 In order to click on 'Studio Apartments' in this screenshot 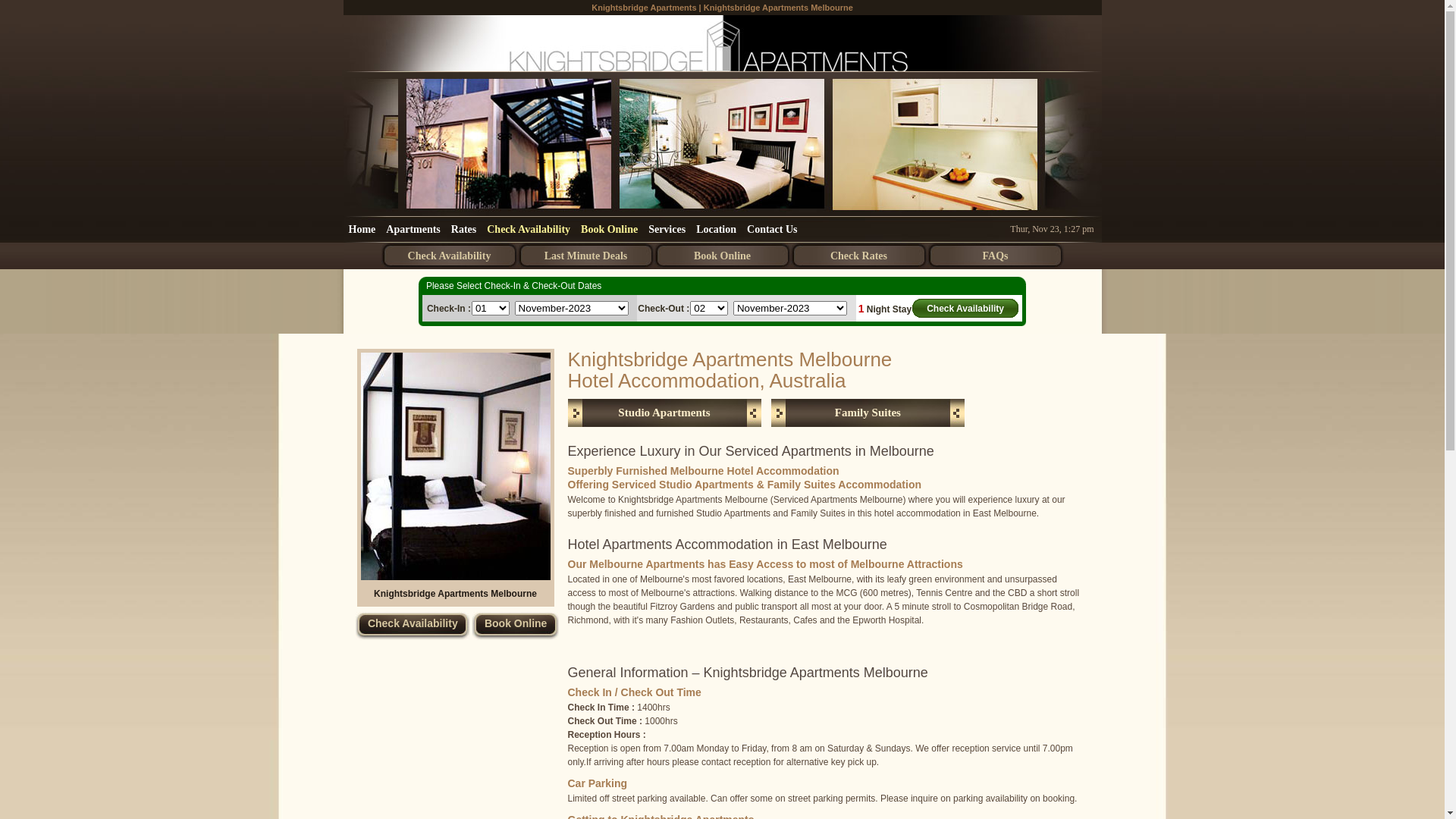, I will do `click(664, 413)`.